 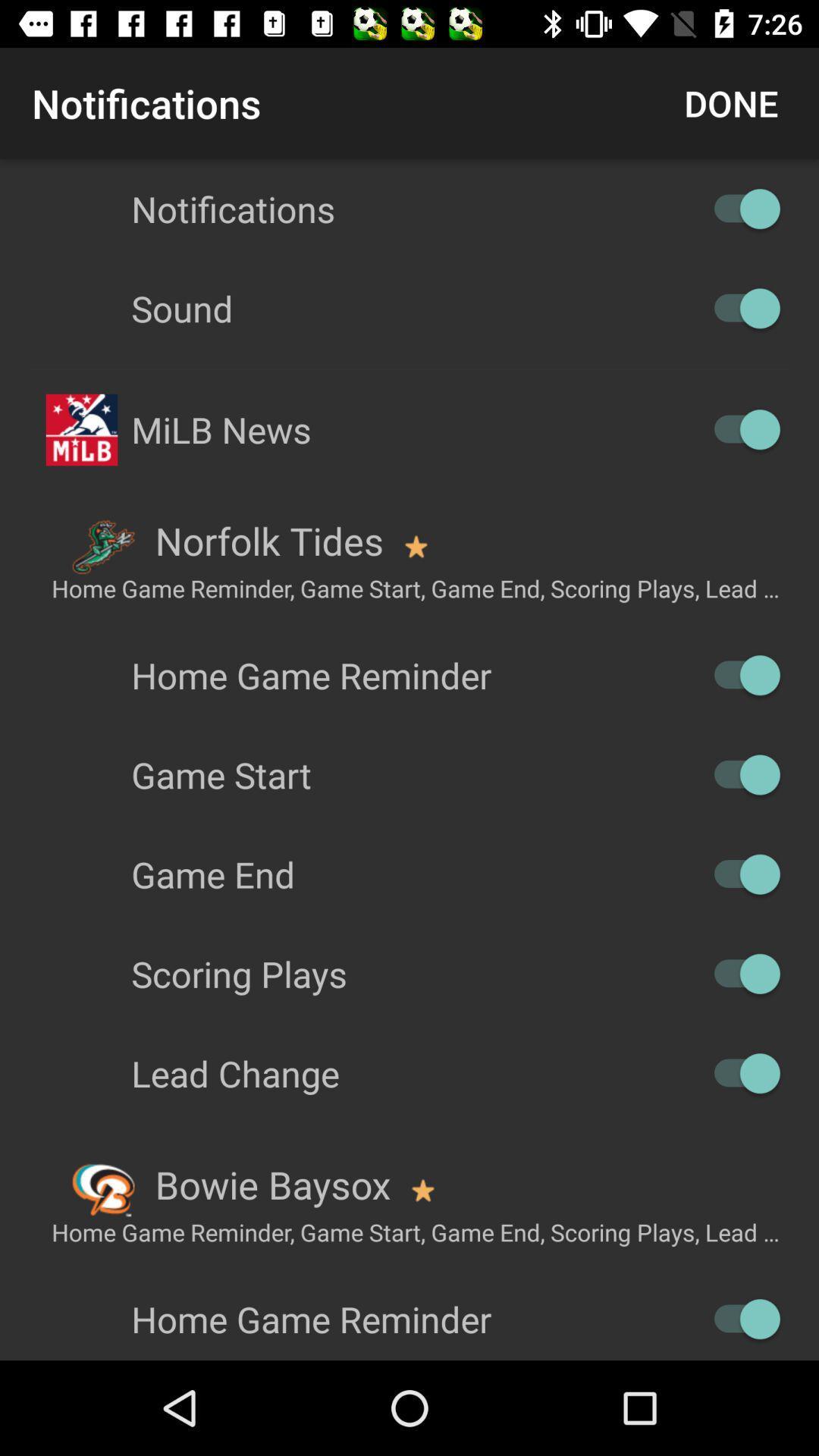 What do you see at coordinates (739, 1072) in the screenshot?
I see `off` at bounding box center [739, 1072].